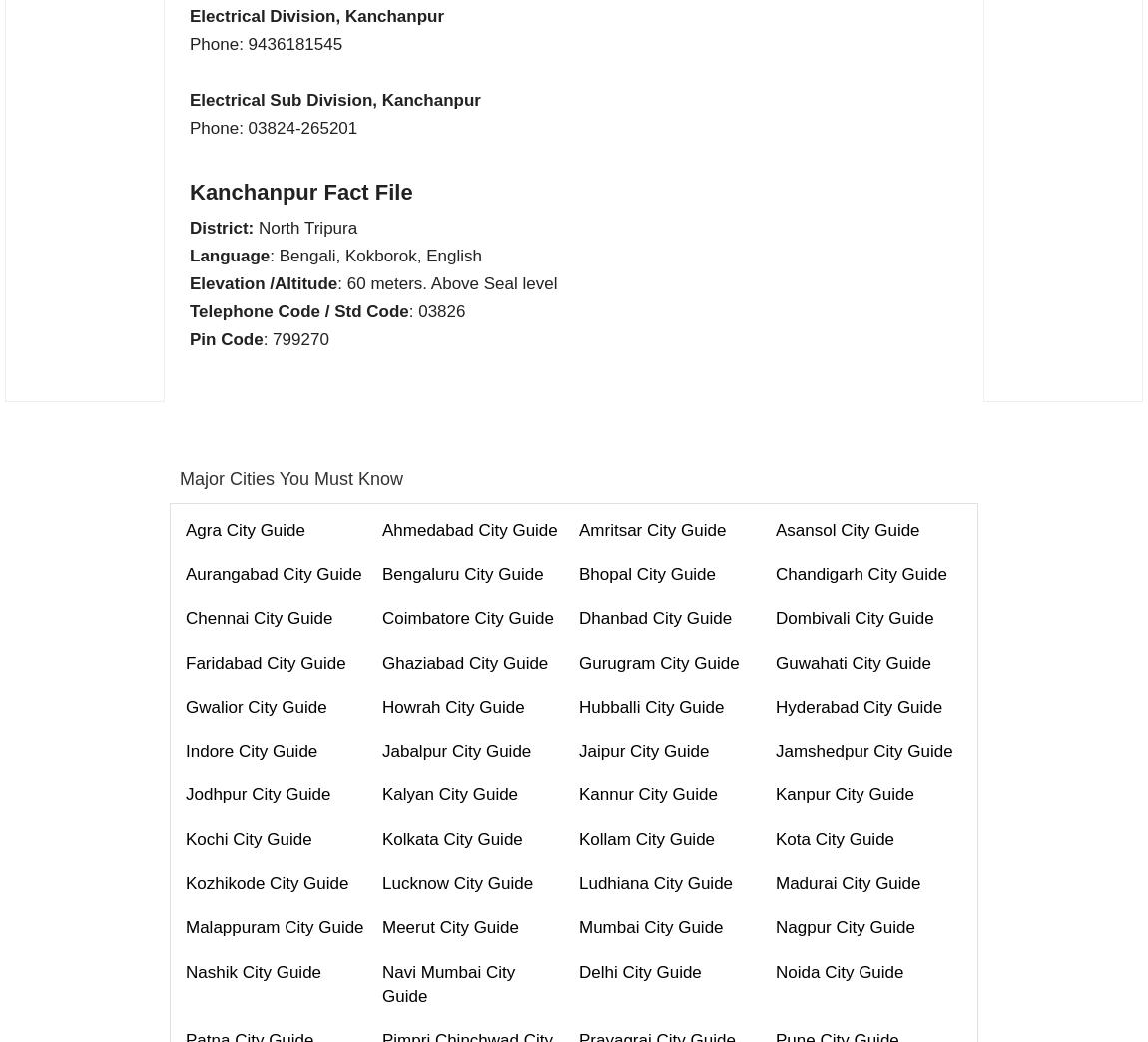 Image resolution: width=1148 pixels, height=1042 pixels. Describe the element at coordinates (577, 970) in the screenshot. I see `'Delhi City Guide'` at that location.